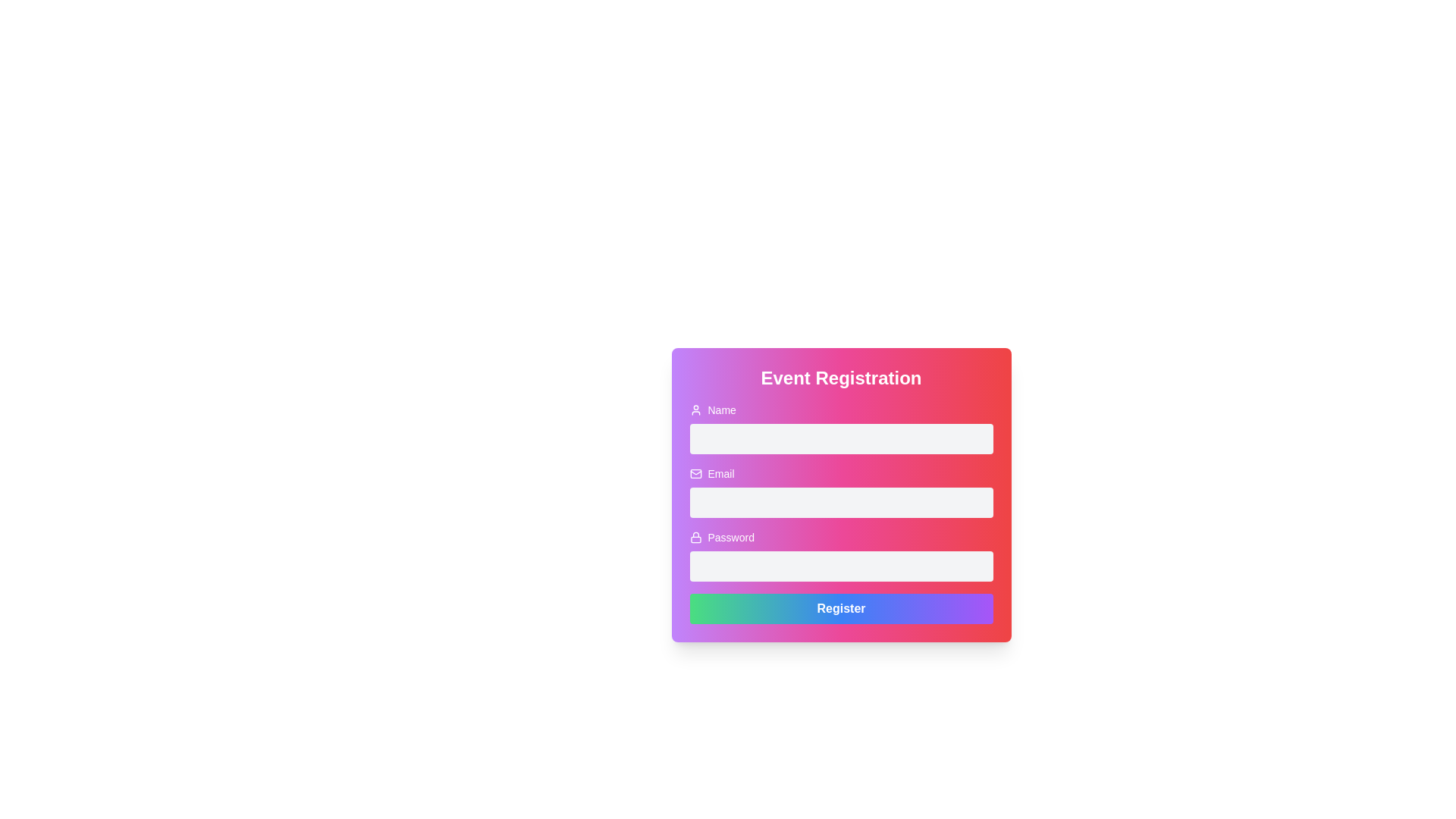 This screenshot has height=819, width=1456. What do you see at coordinates (695, 472) in the screenshot?
I see `the icon that visually indicates the email input field, positioned to the left of the 'Email' label in the Event Registration form` at bounding box center [695, 472].